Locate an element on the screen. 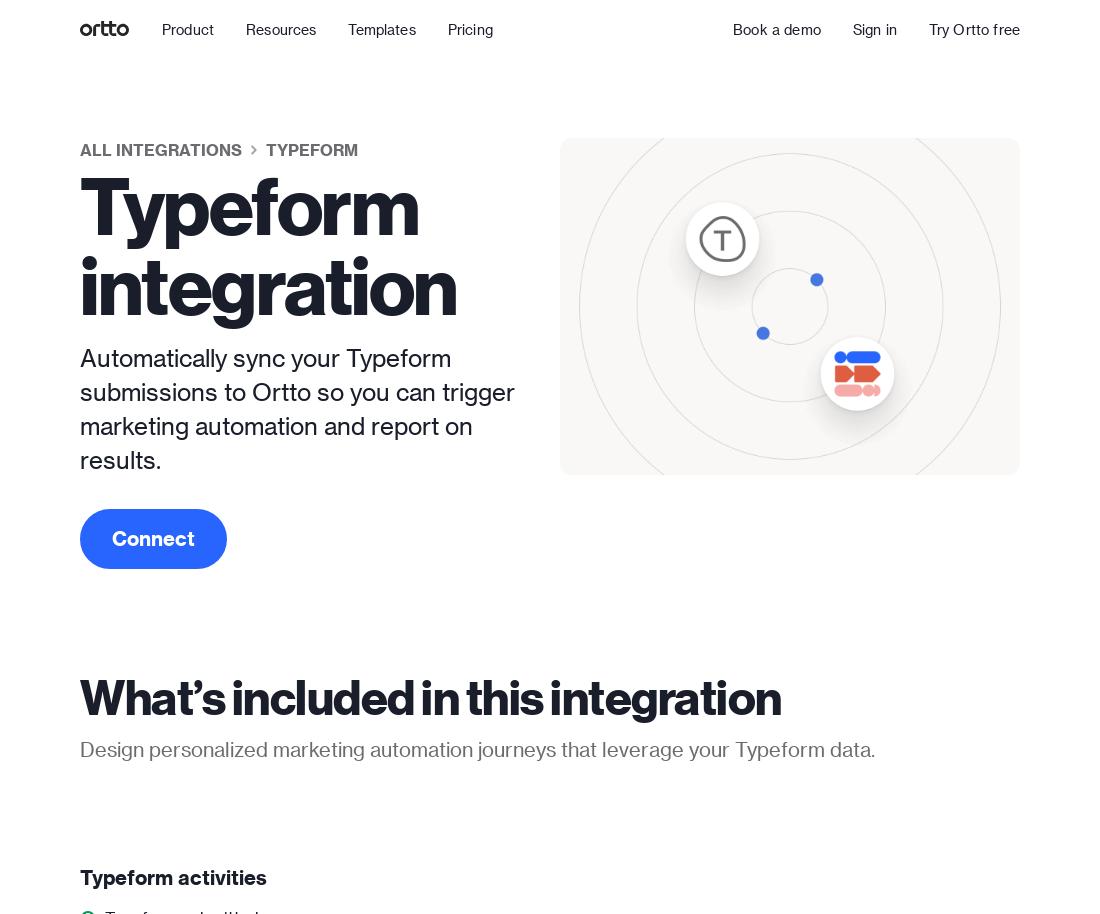  'Design personalized marketing automation journeys that leverage your Typeform data.' is located at coordinates (476, 749).